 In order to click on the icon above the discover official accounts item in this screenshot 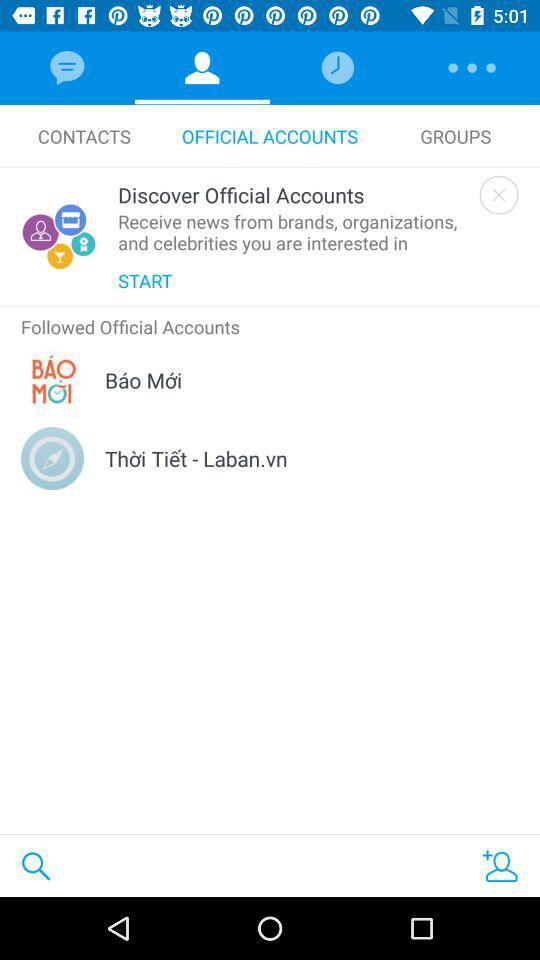, I will do `click(83, 135)`.